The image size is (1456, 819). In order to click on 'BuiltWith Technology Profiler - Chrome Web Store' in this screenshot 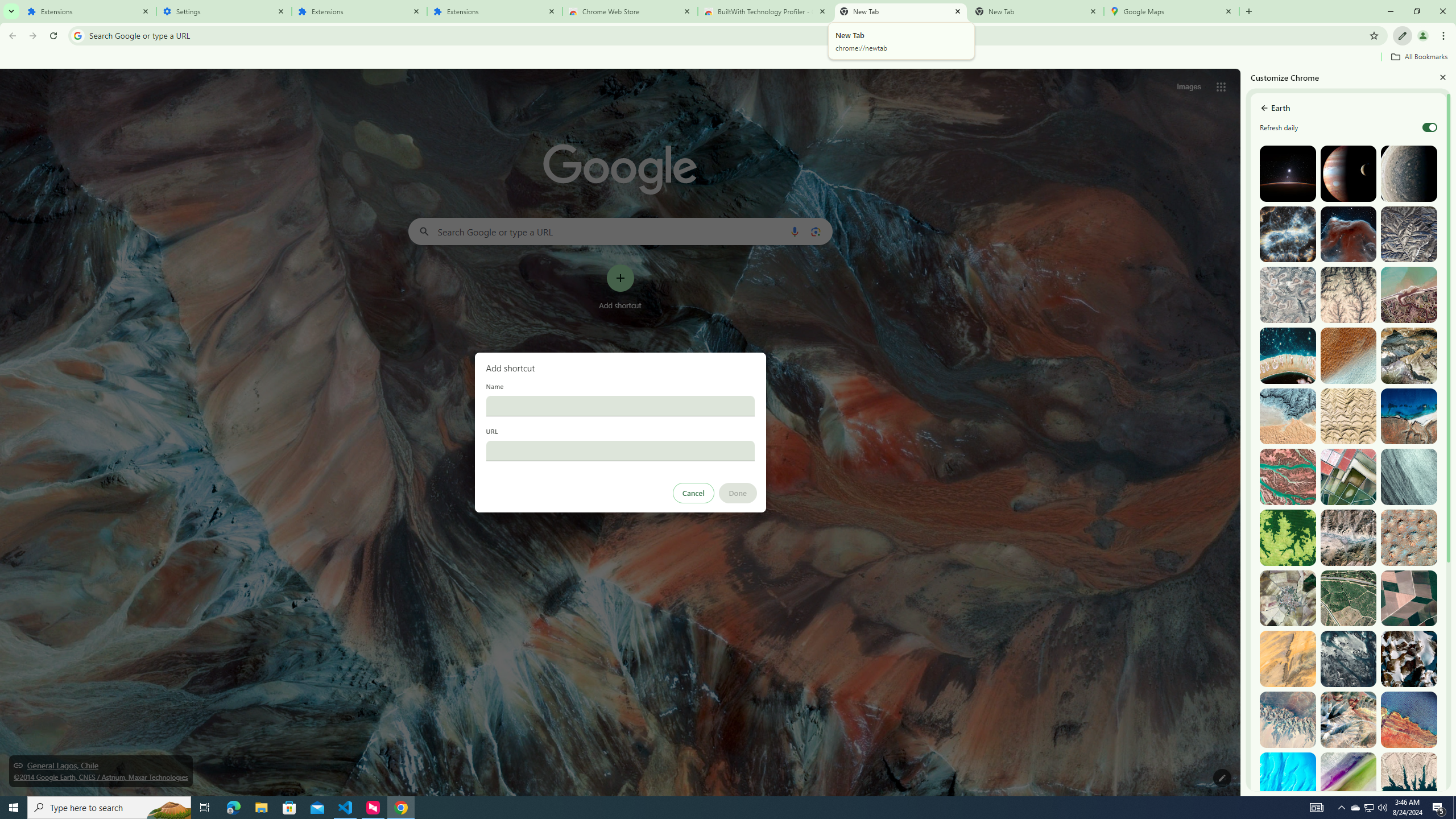, I will do `click(765, 11)`.